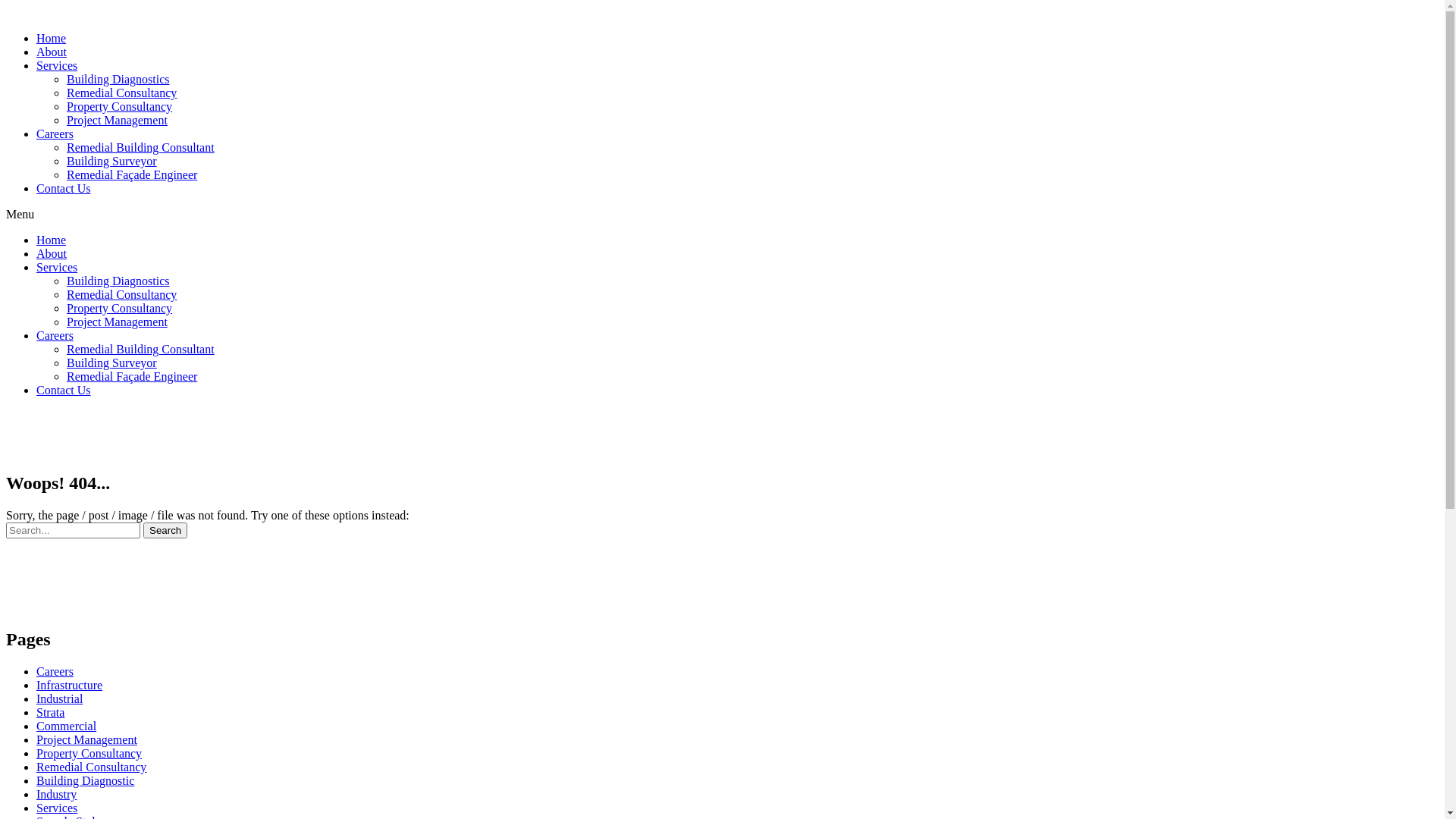 This screenshot has width=1456, height=819. I want to click on 'Building Diagnostics', so click(65, 79).